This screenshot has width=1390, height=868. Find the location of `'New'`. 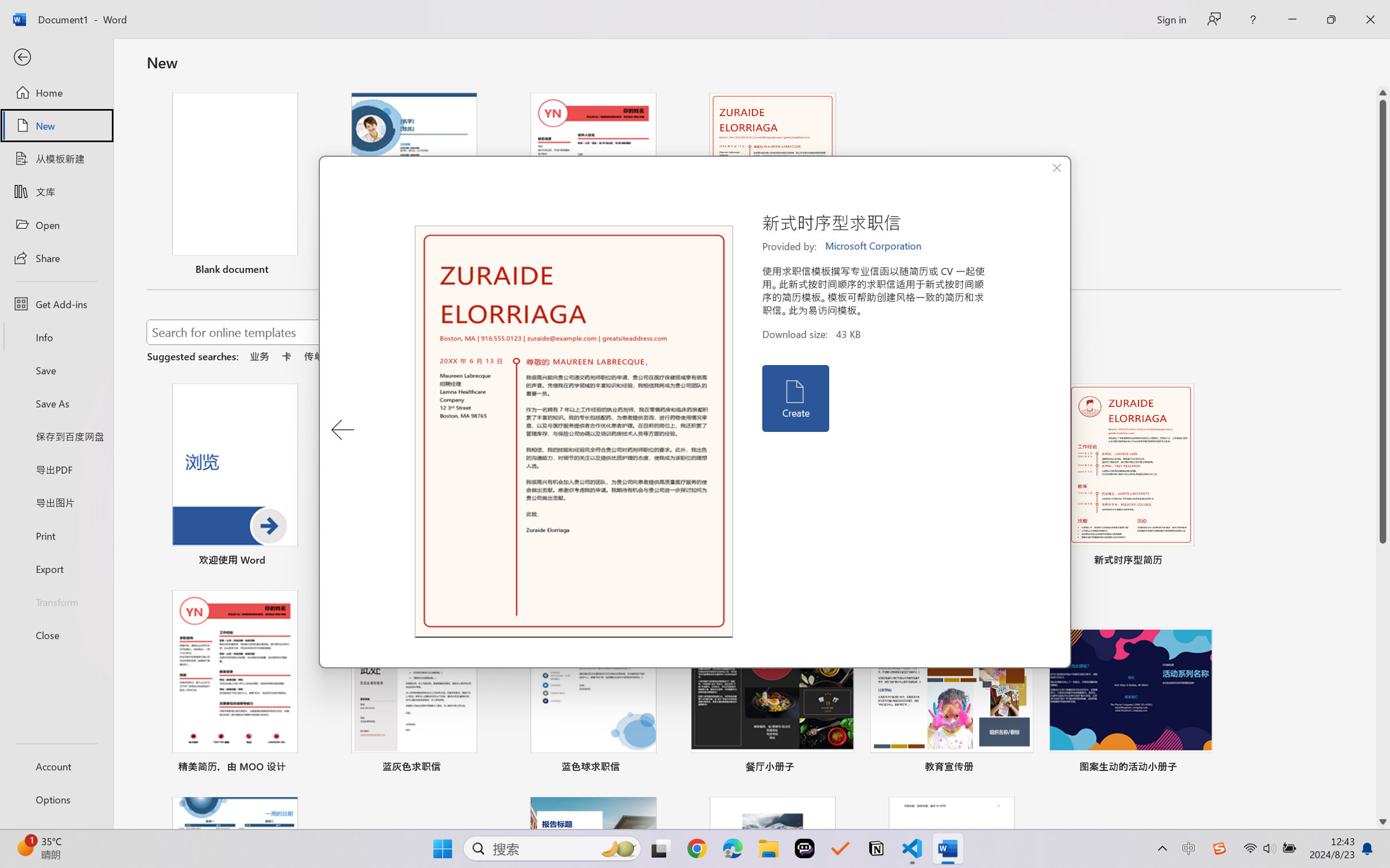

'New' is located at coordinates (56, 125).